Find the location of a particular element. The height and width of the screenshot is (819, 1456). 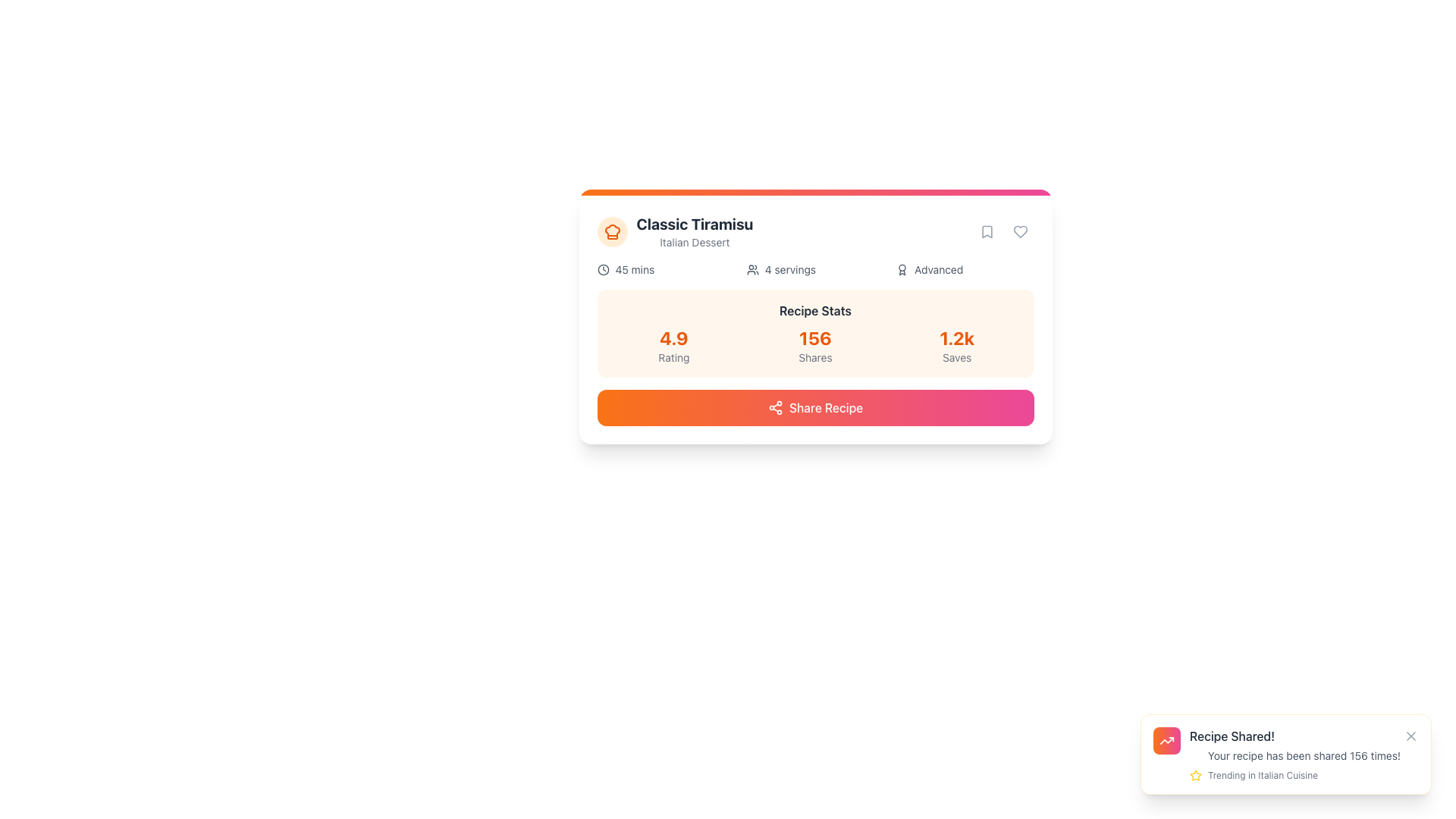

the label displaying 'Classic Tiramisu' and 'Italian Dessert' with an orange chef's hat icon on the left side is located at coordinates (674, 231).